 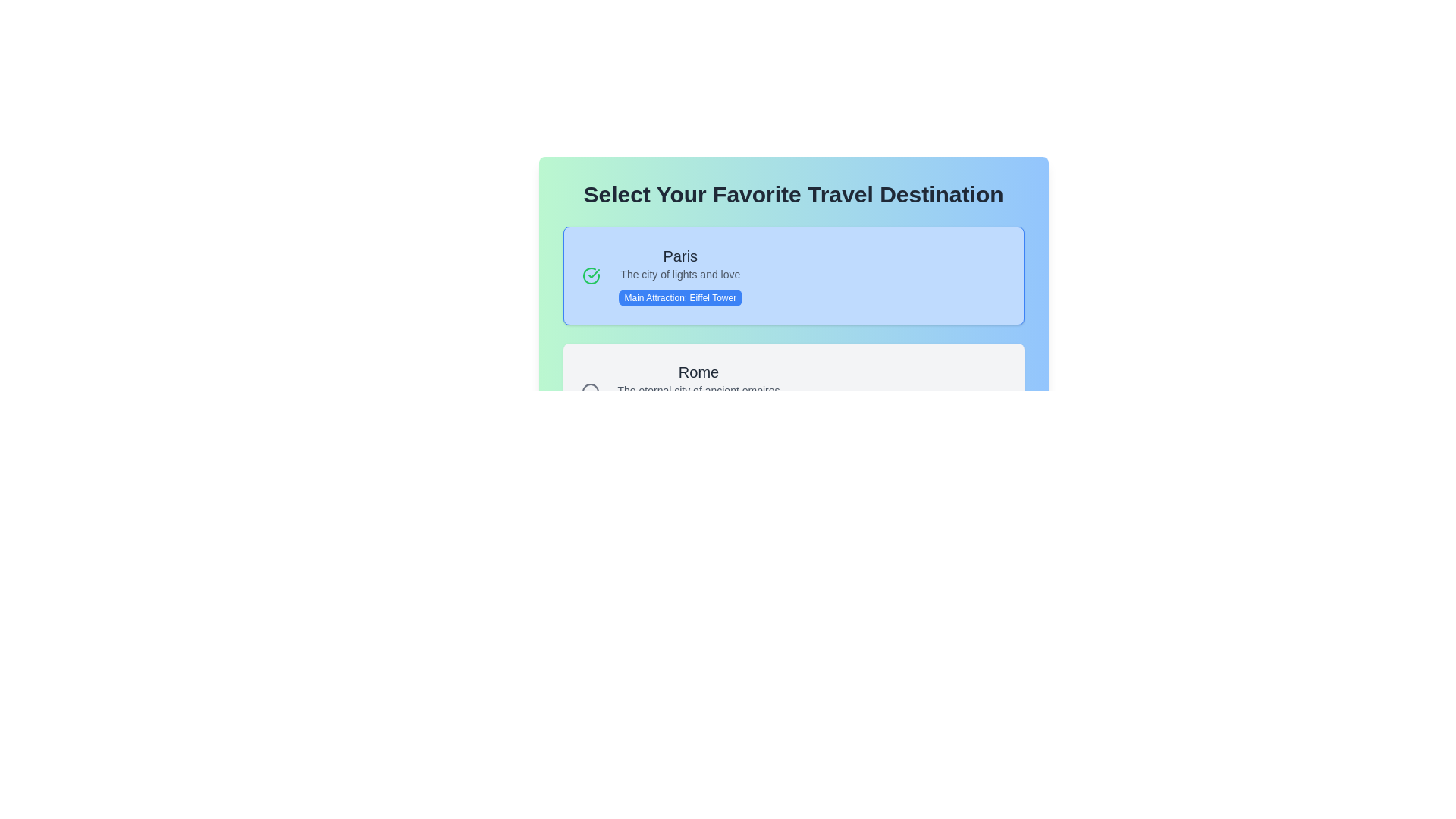 What do you see at coordinates (589, 391) in the screenshot?
I see `the circular SVG graphic element with a gray border next to the text 'Rome.'` at bounding box center [589, 391].